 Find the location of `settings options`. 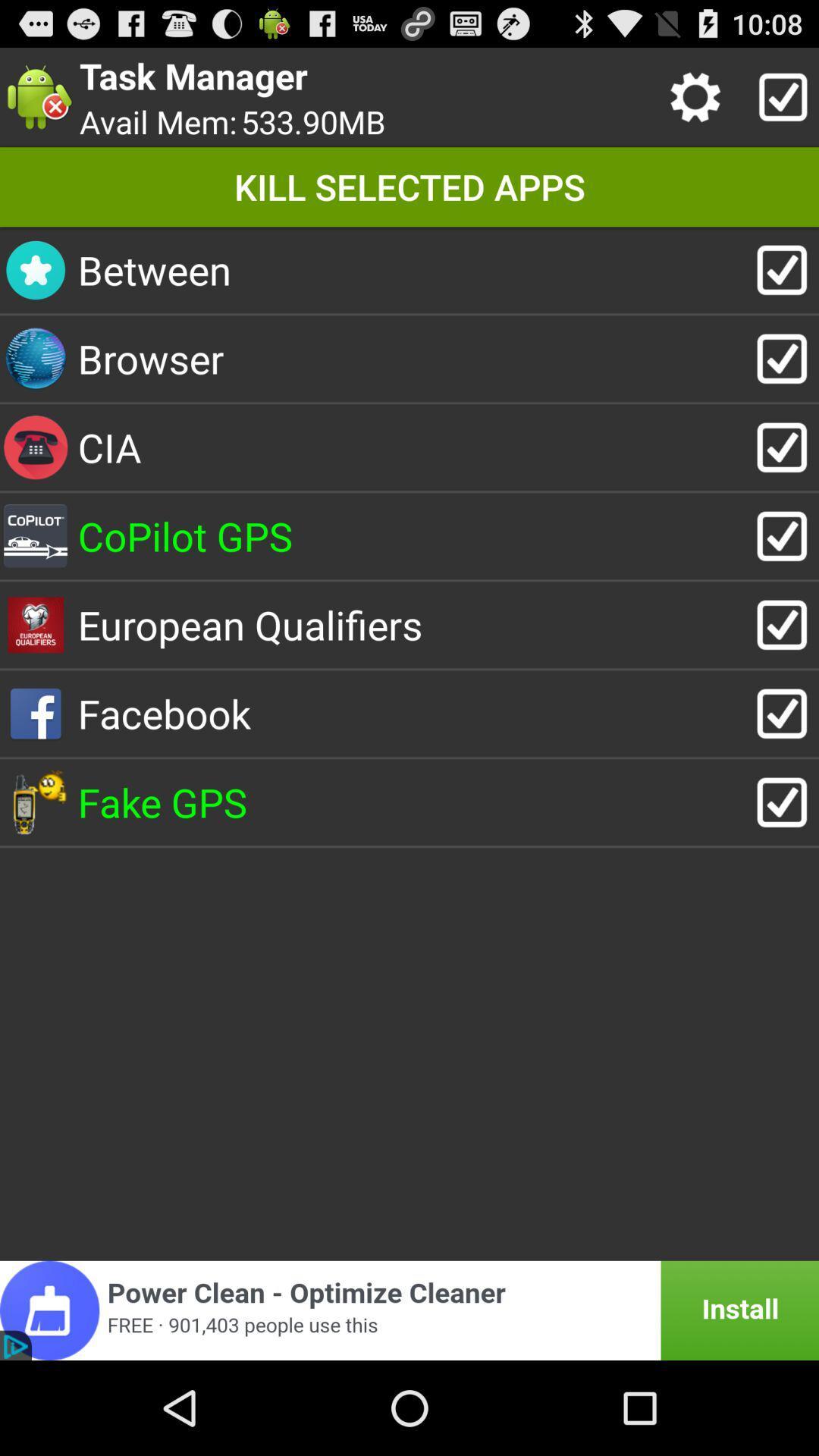

settings options is located at coordinates (699, 96).